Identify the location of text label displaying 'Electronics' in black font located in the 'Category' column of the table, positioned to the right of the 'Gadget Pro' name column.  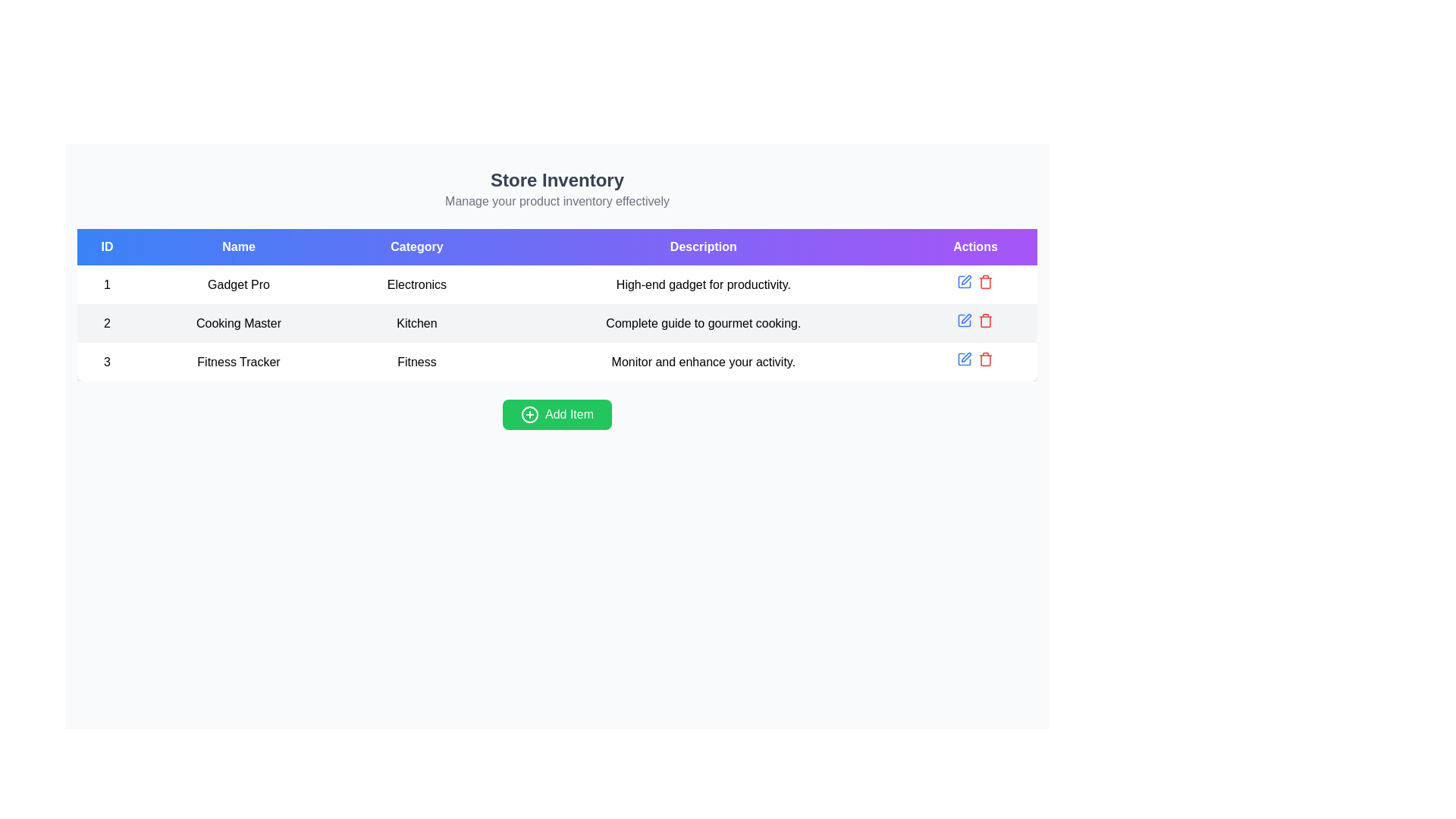
(416, 284).